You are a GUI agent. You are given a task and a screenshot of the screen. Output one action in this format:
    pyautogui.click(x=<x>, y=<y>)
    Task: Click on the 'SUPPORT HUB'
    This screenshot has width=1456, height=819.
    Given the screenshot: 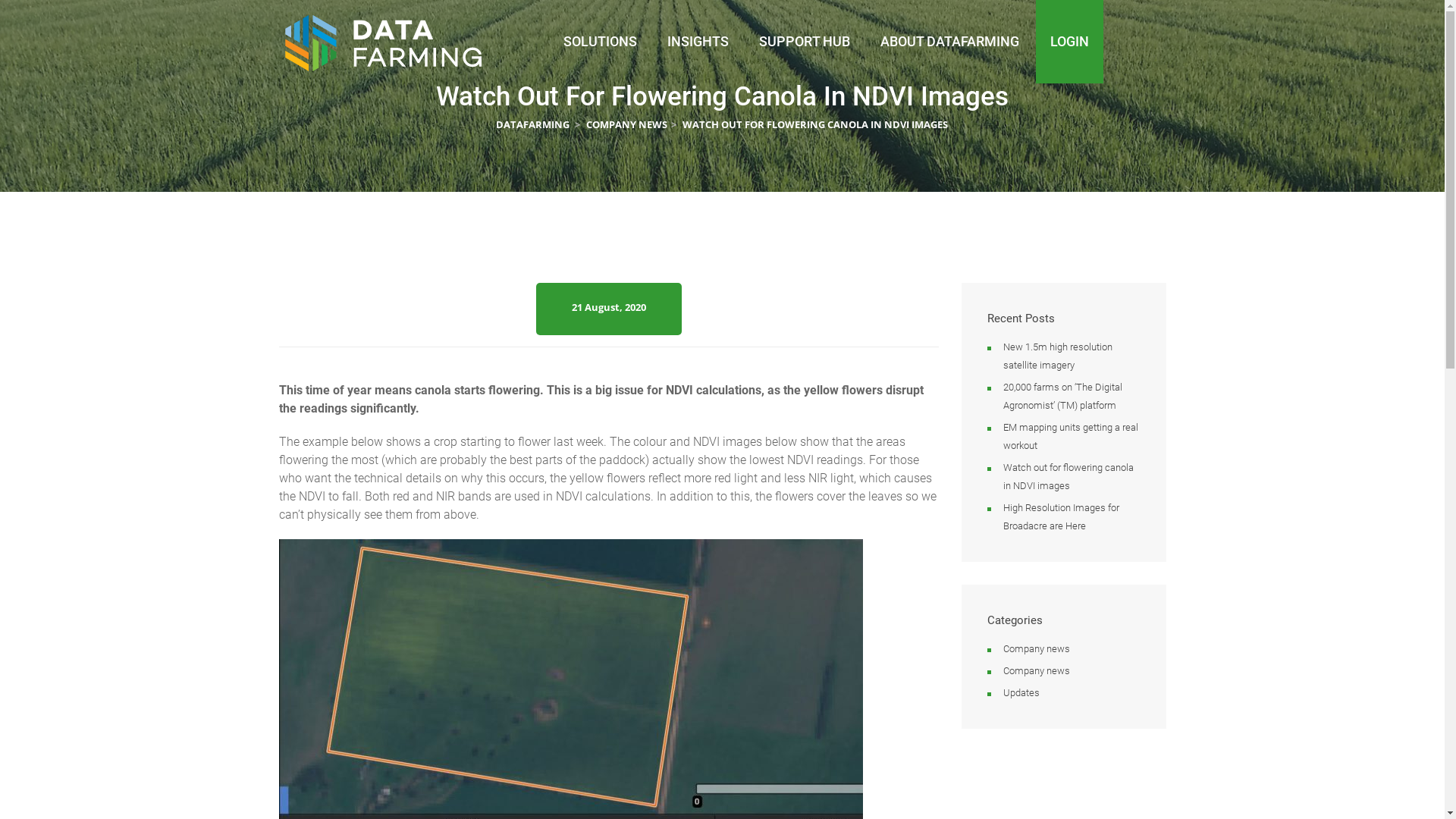 What is the action you would take?
    pyautogui.click(x=803, y=40)
    